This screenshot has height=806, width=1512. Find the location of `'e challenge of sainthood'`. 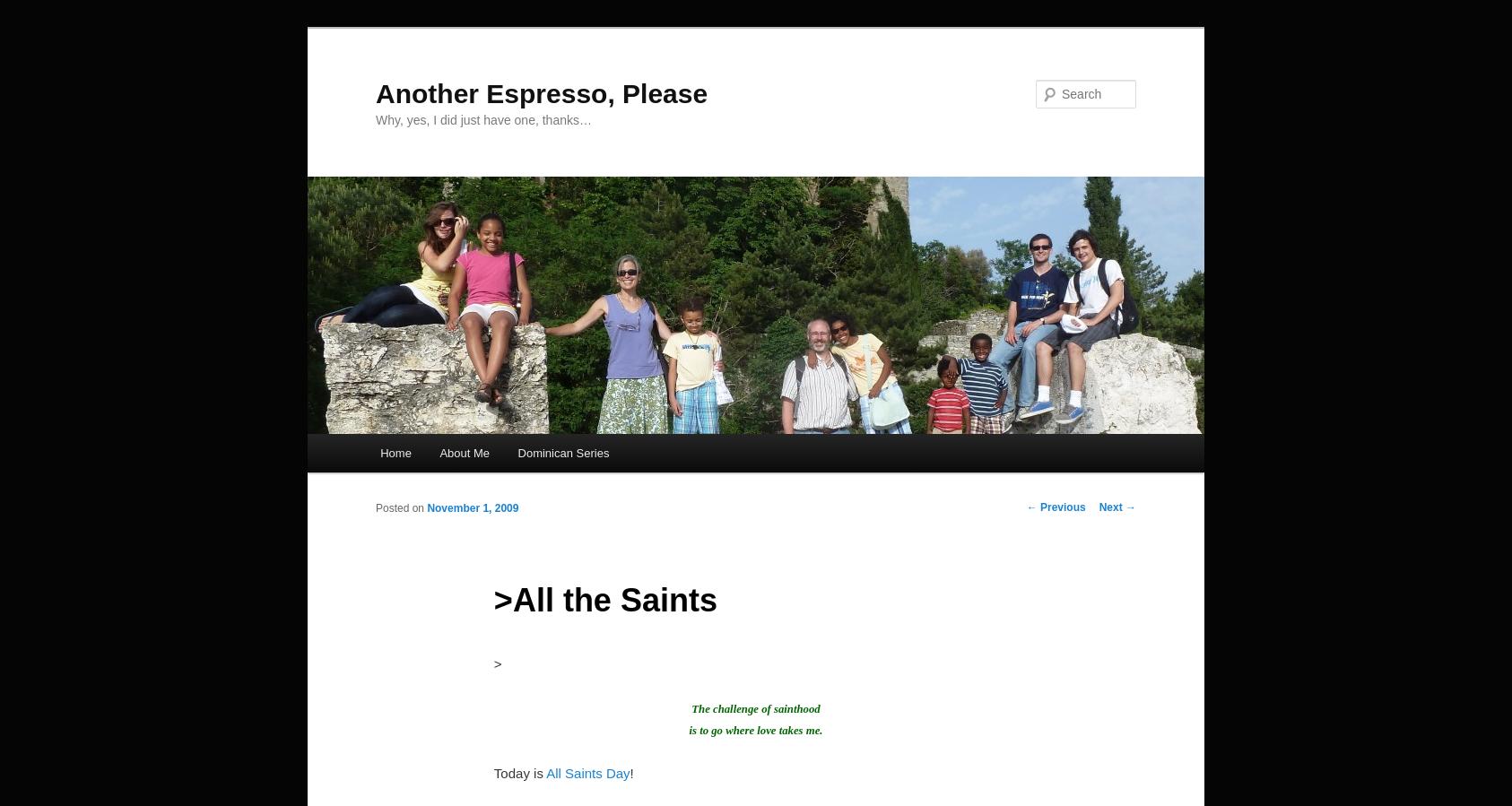

'e challenge of sainthood' is located at coordinates (705, 708).